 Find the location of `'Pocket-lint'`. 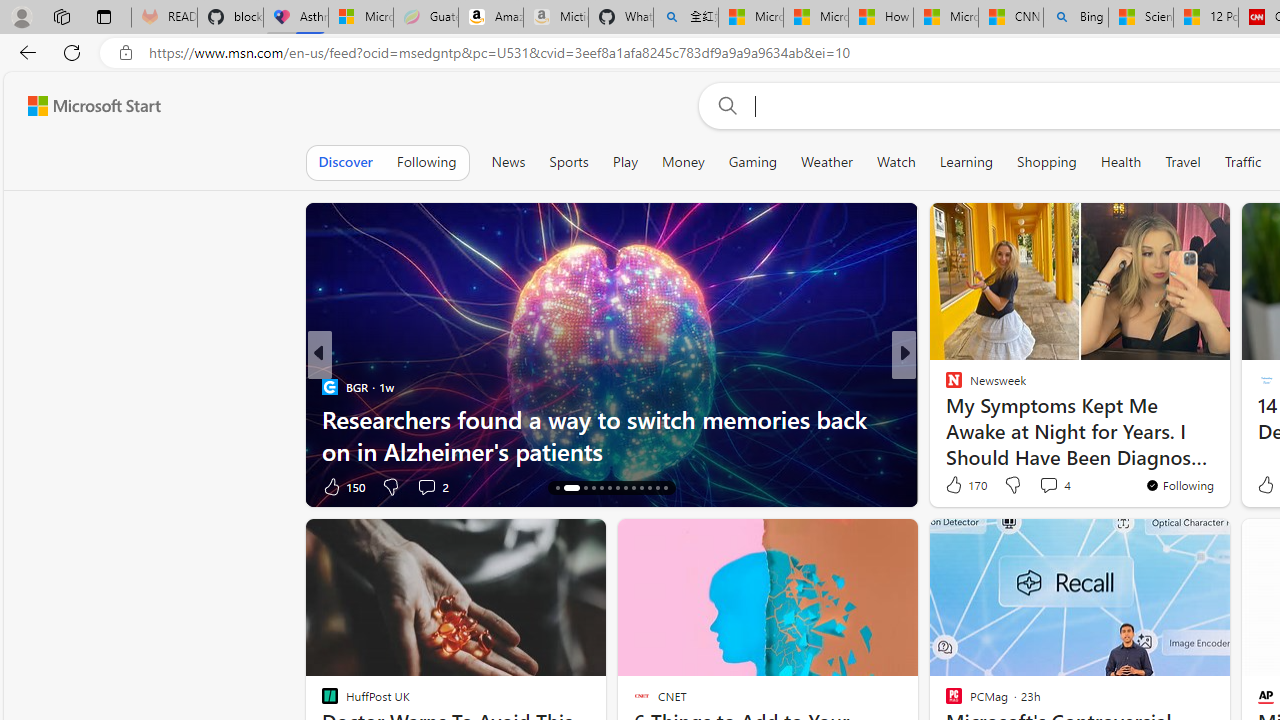

'Pocket-lint' is located at coordinates (944, 418).